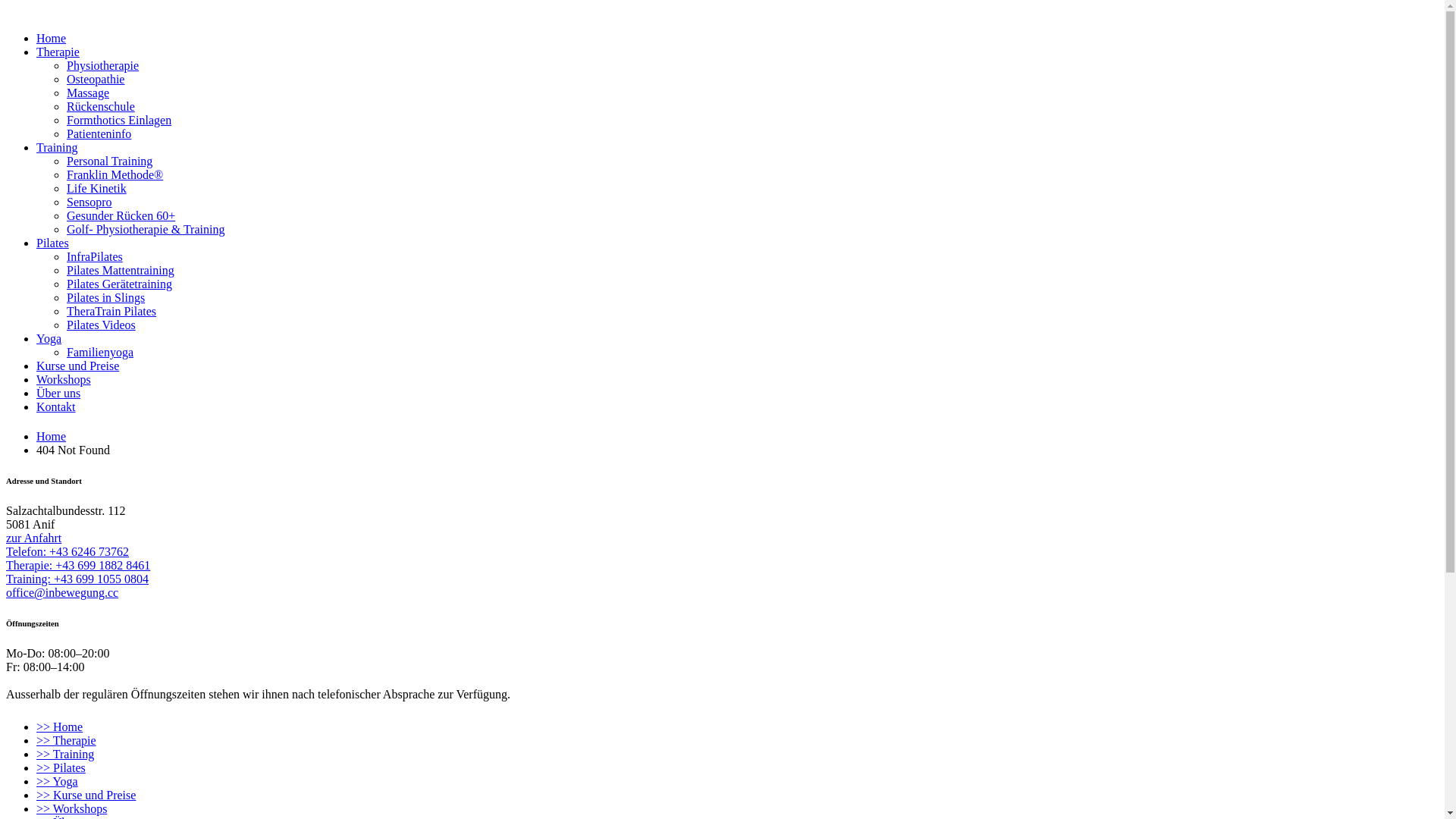 This screenshot has width=1456, height=819. I want to click on 'Pilates', so click(36, 242).